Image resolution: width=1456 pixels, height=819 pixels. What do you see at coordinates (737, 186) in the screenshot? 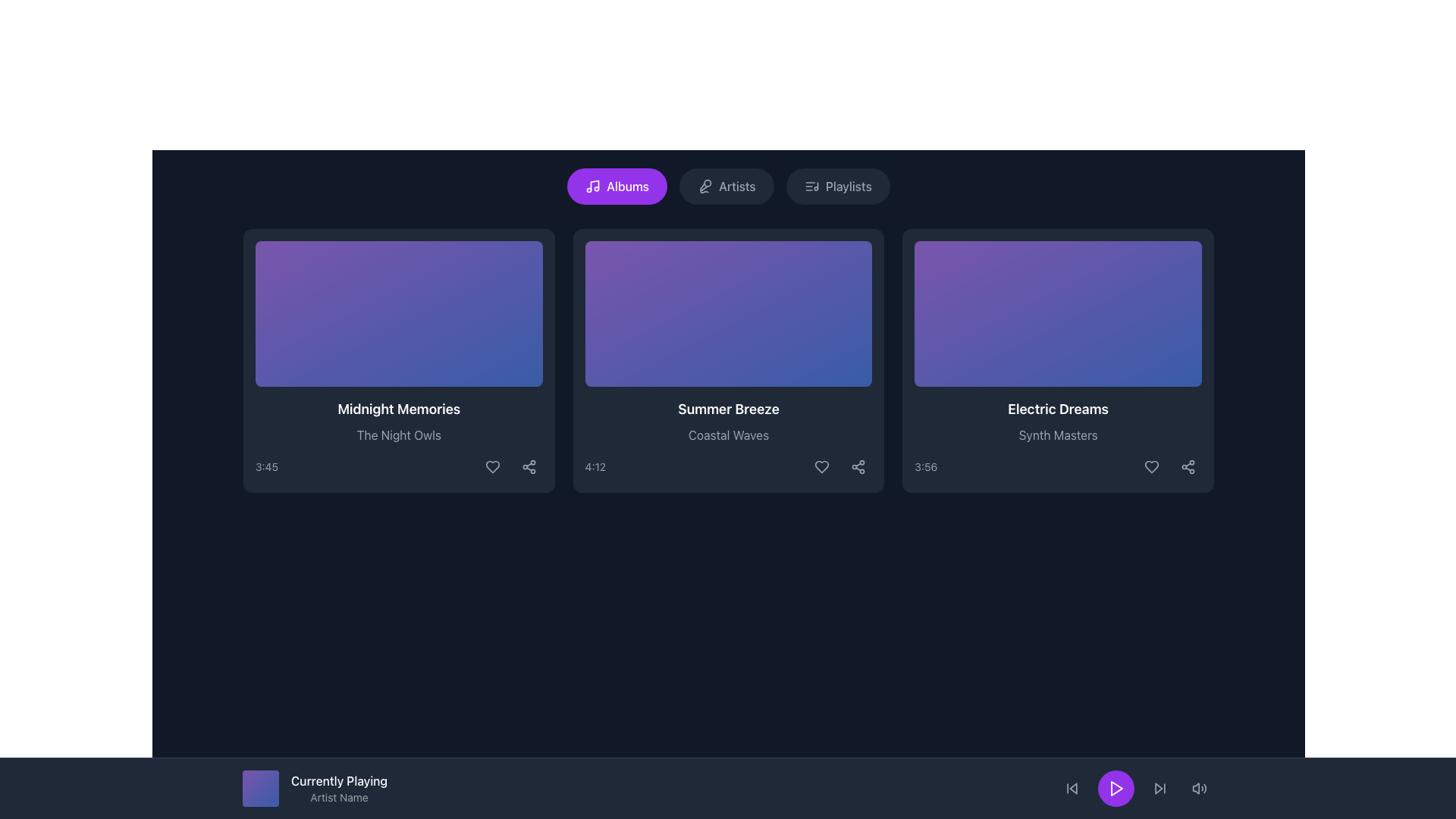
I see `the 'Artists' text label within the navigation button` at bounding box center [737, 186].